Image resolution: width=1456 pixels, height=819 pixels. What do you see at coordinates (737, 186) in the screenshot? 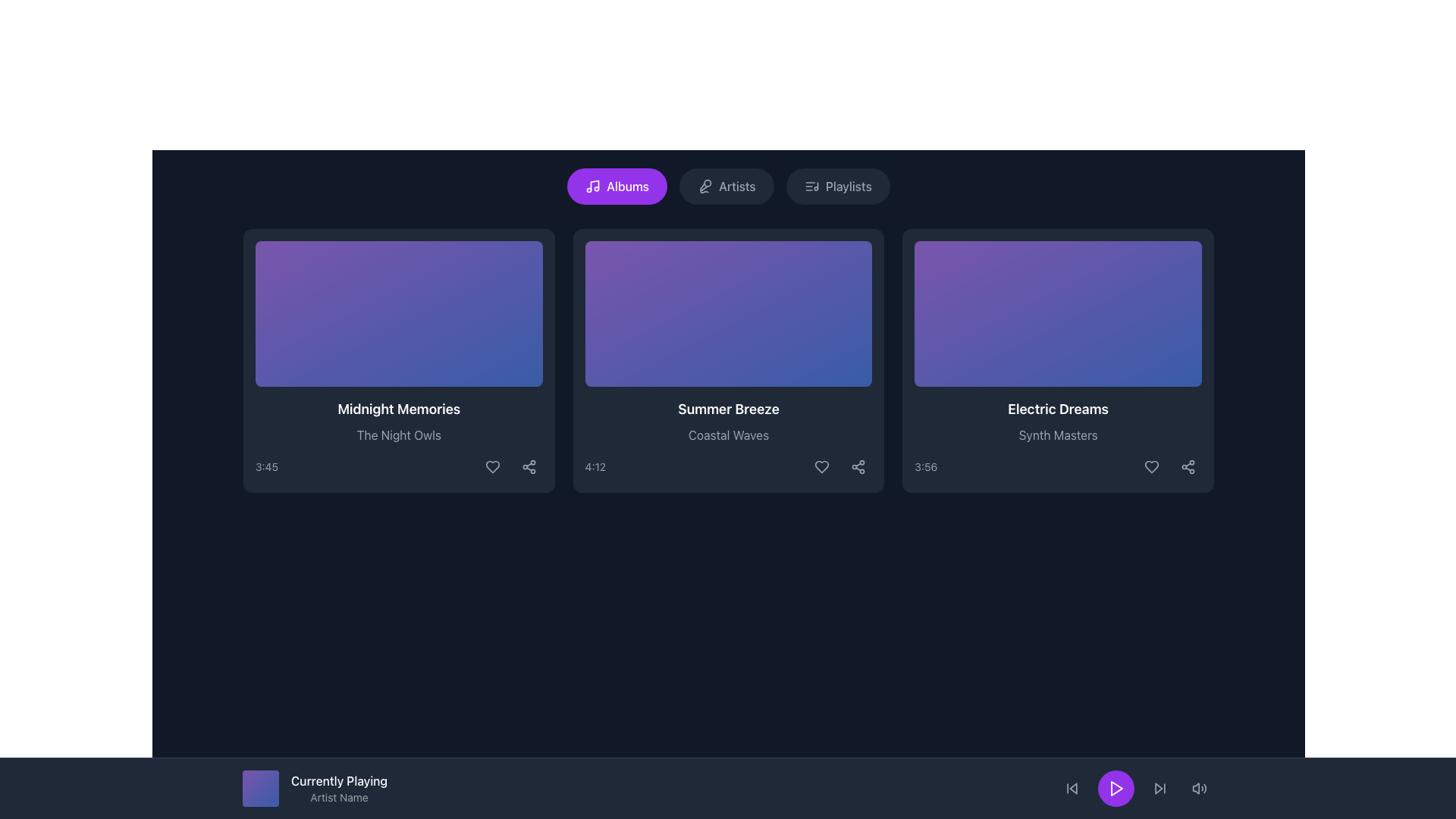
I see `the 'Artists' text label within the navigation button` at bounding box center [737, 186].